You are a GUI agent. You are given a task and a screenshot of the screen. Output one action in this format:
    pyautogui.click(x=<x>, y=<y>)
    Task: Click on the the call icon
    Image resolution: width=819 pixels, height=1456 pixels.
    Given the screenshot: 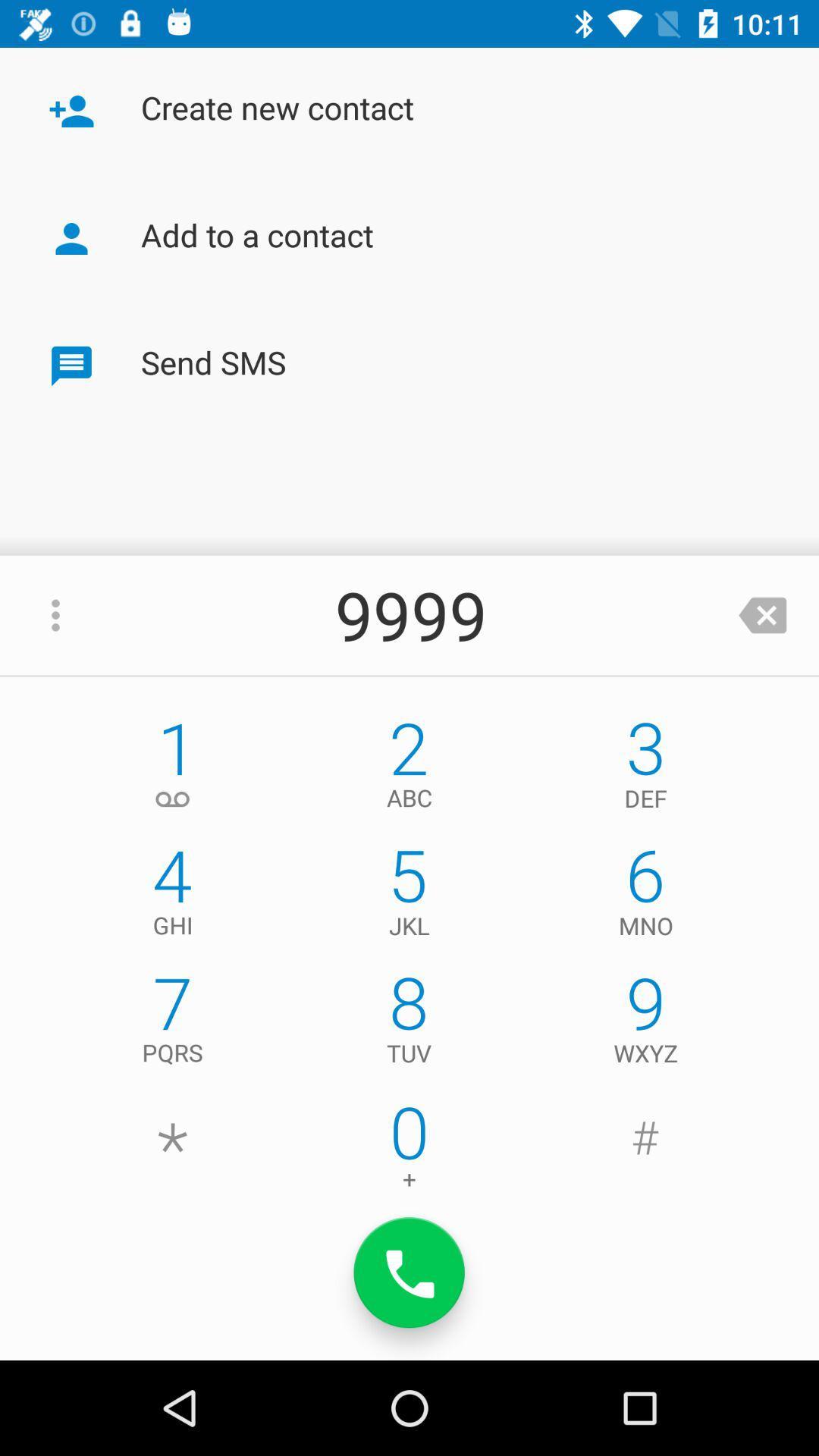 What is the action you would take?
    pyautogui.click(x=409, y=1272)
    